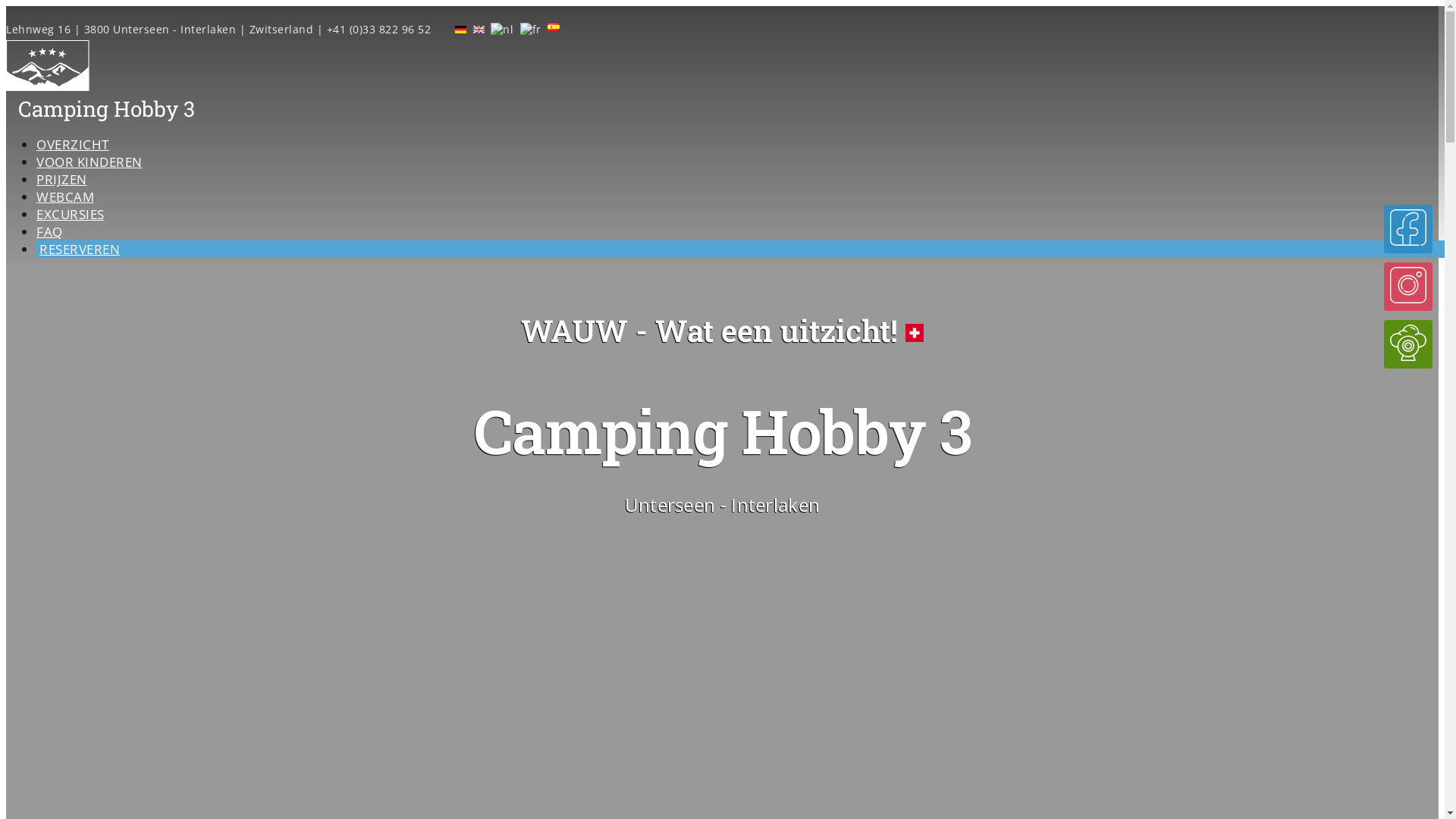 Image resolution: width=1456 pixels, height=819 pixels. Describe the element at coordinates (378, 29) in the screenshot. I see `'+41 (0)33 822 96 52'` at that location.